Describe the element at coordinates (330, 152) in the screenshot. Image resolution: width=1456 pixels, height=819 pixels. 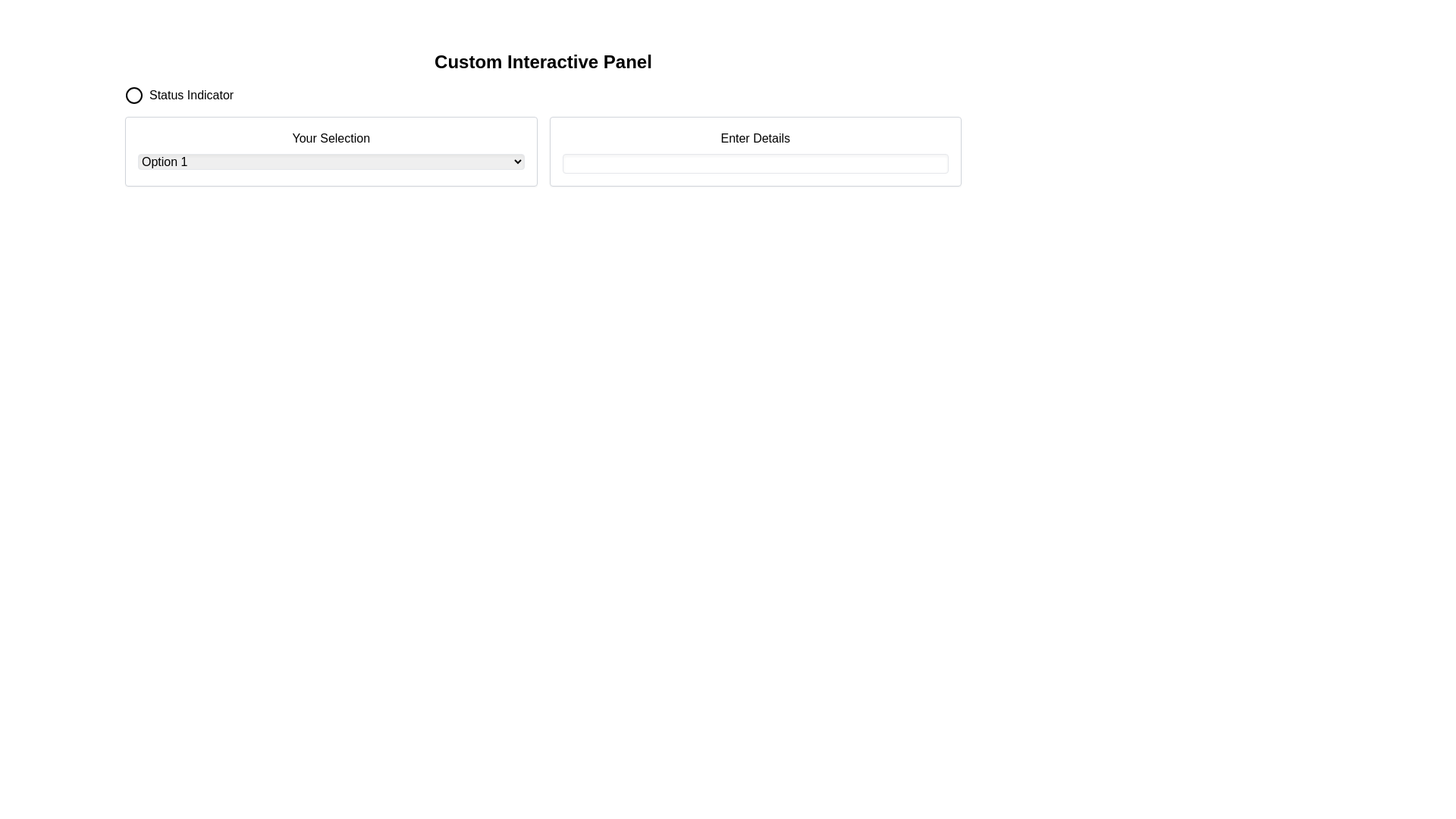
I see `an option from the dropdown menu labeled 'Your Selection' that currently shows 'Option 1'` at that location.